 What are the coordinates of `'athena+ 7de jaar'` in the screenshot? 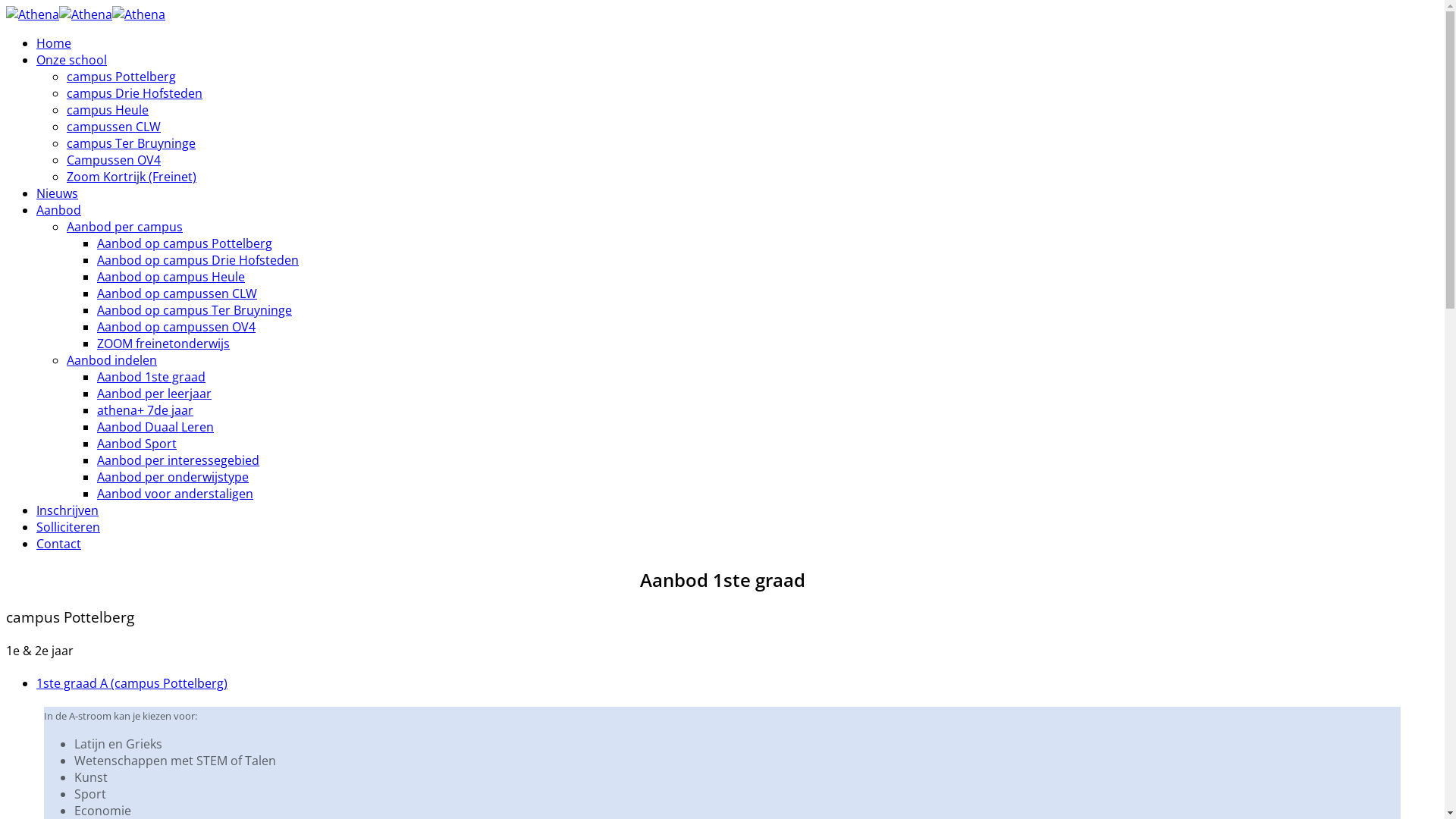 It's located at (96, 409).